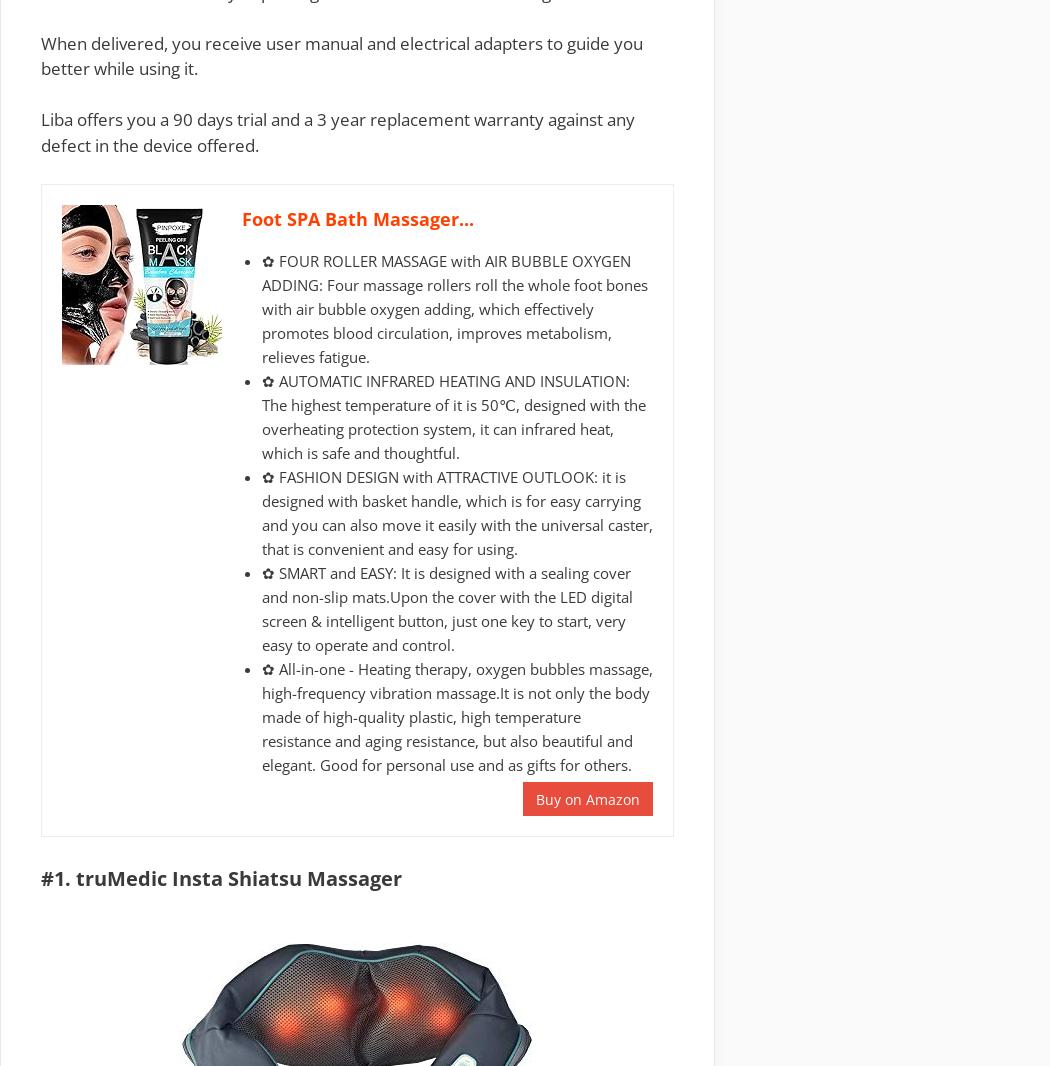 The height and width of the screenshot is (1066, 1050). I want to click on '✿ FOUR ROLLER MASSAGE with AIR BUBBLE OXYGEN ADDING: Four massage rollers roll the whole foot bones with air bubble oxygen adding, which effectively promotes blood circulation, improves metabolism, relieves fatigue.', so click(454, 307).